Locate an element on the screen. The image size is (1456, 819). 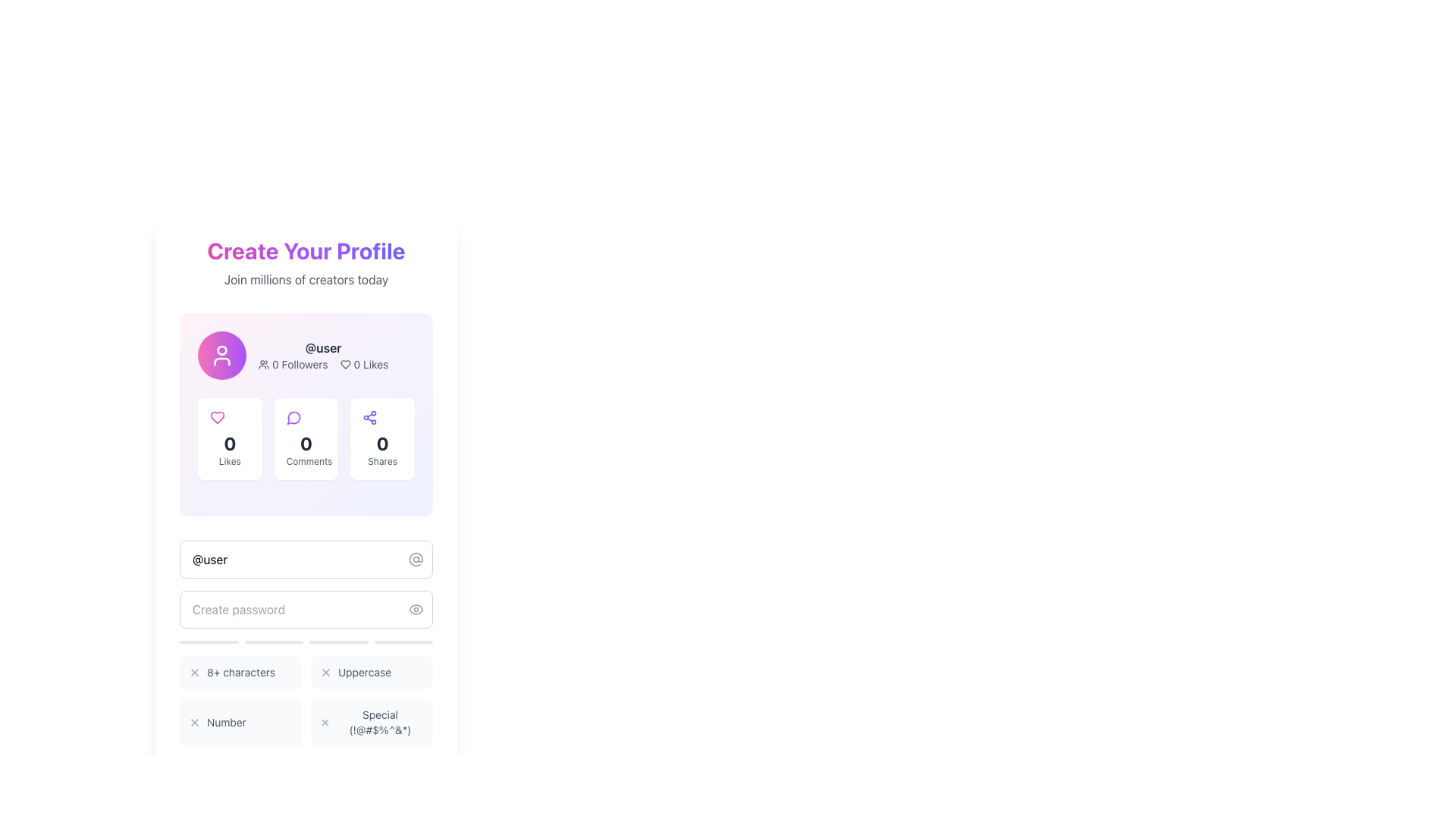
the heart icon representing the 'Likes' feature located in the left-most slot of the trio of counters under the profile section to indicate appreciation for content is located at coordinates (217, 418).